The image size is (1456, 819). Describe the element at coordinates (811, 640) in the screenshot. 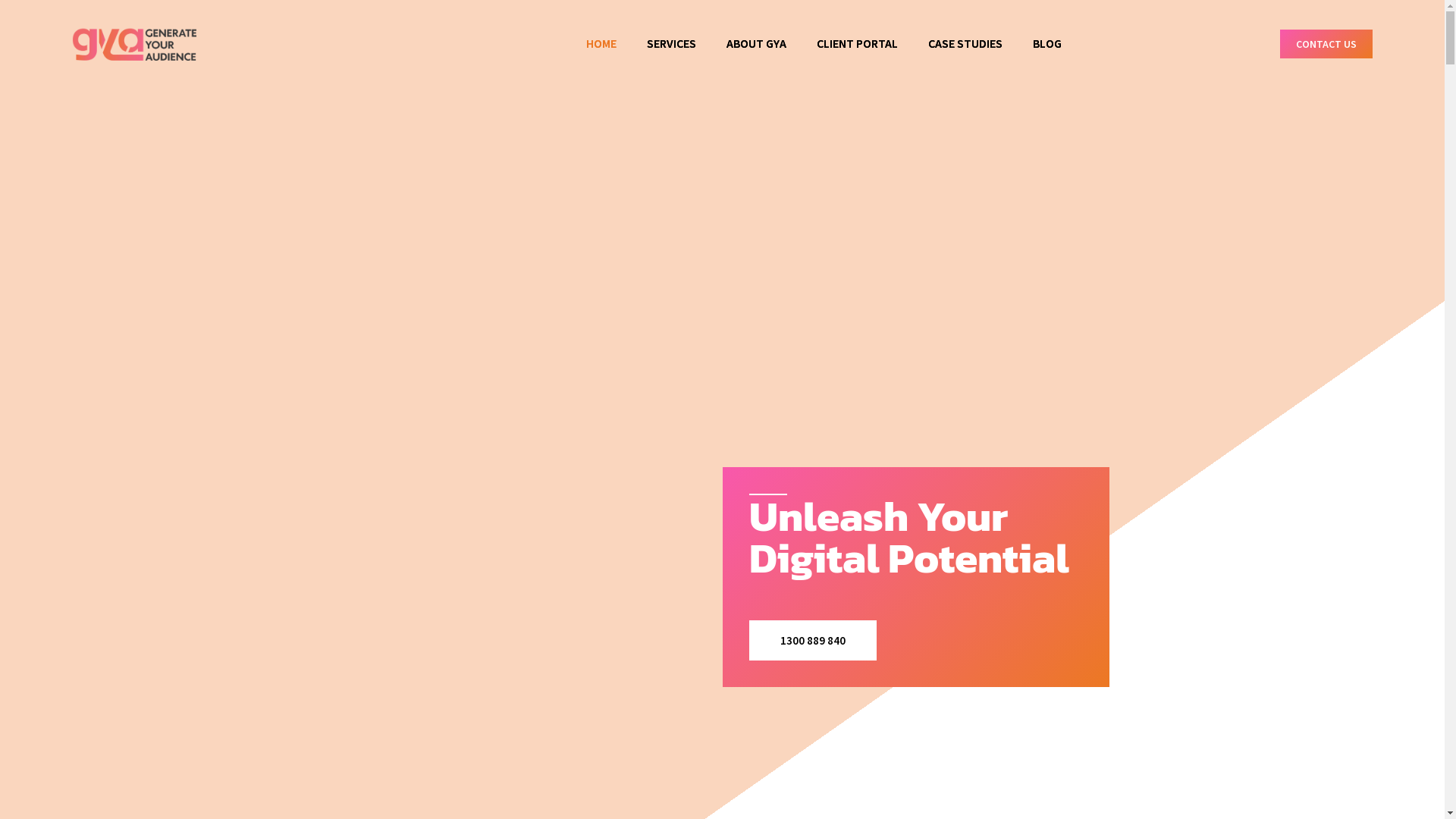

I see `'1300 889 840'` at that location.